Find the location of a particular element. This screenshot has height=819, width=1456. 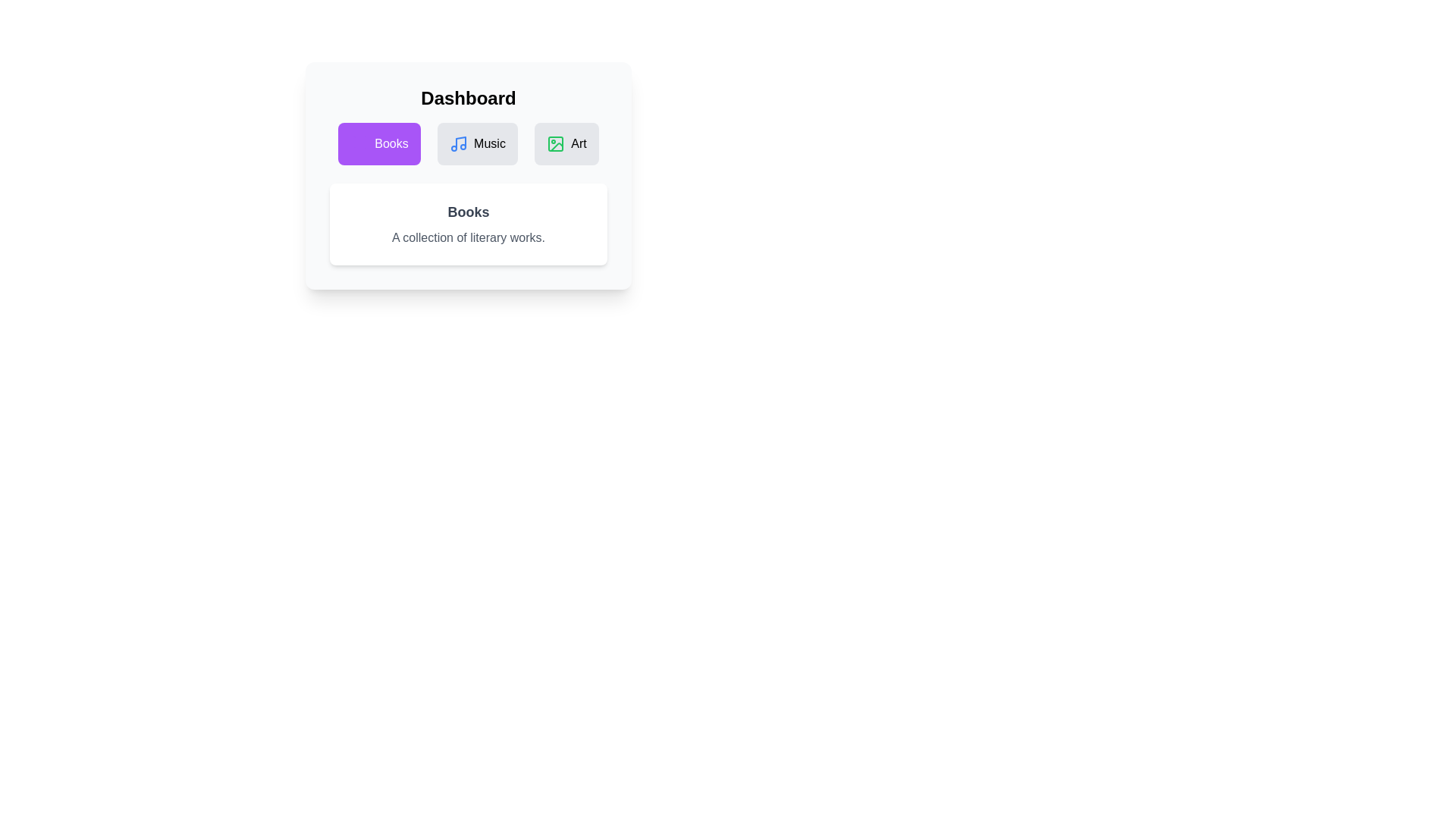

the tab icon corresponding to Art is located at coordinates (566, 143).